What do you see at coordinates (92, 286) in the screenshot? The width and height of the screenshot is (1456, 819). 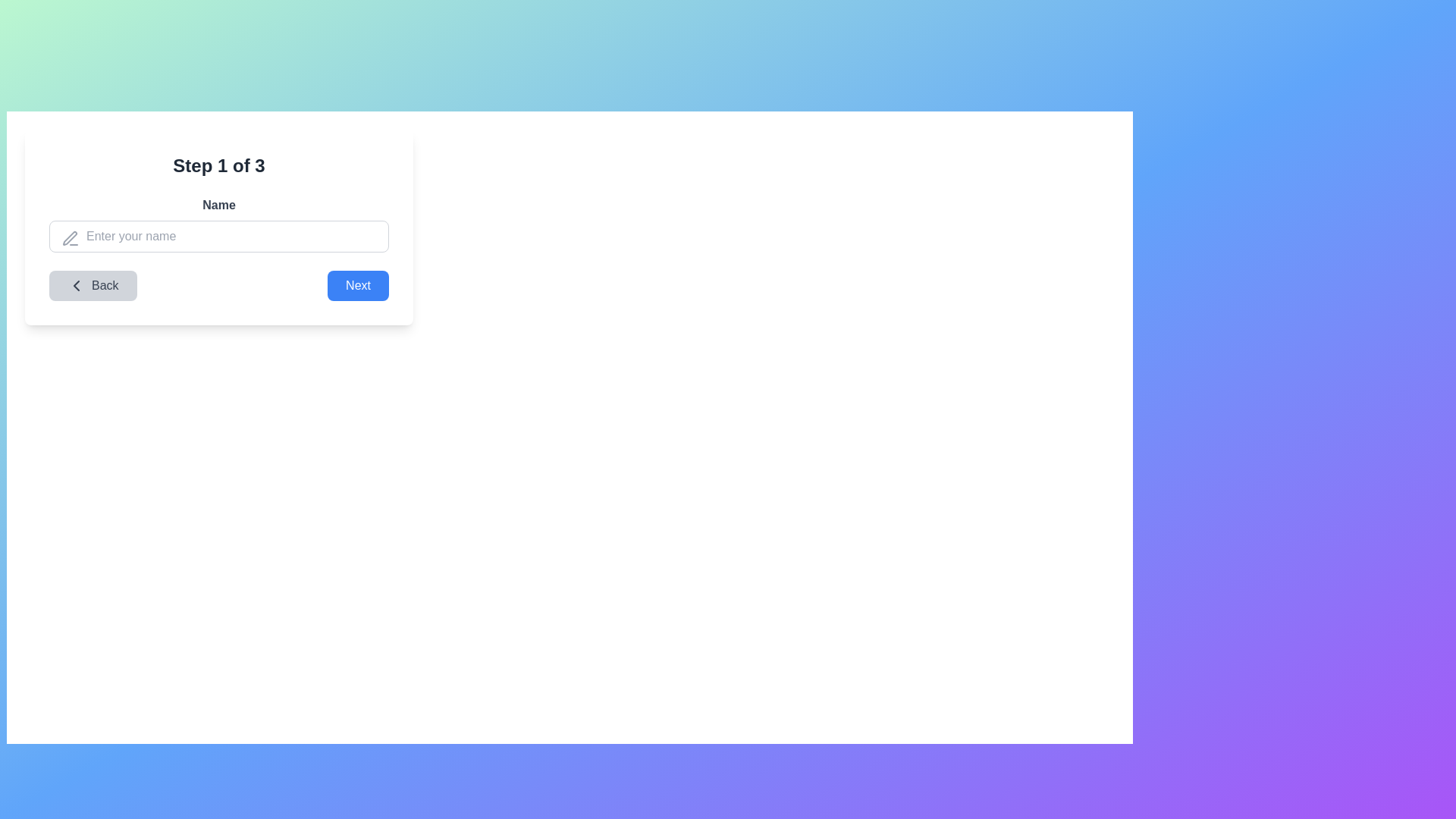 I see `the 'Back' button, which is a rectangular button with a light gray background and a left-pointing arrow icon, located at the bottom left of the card interface` at bounding box center [92, 286].